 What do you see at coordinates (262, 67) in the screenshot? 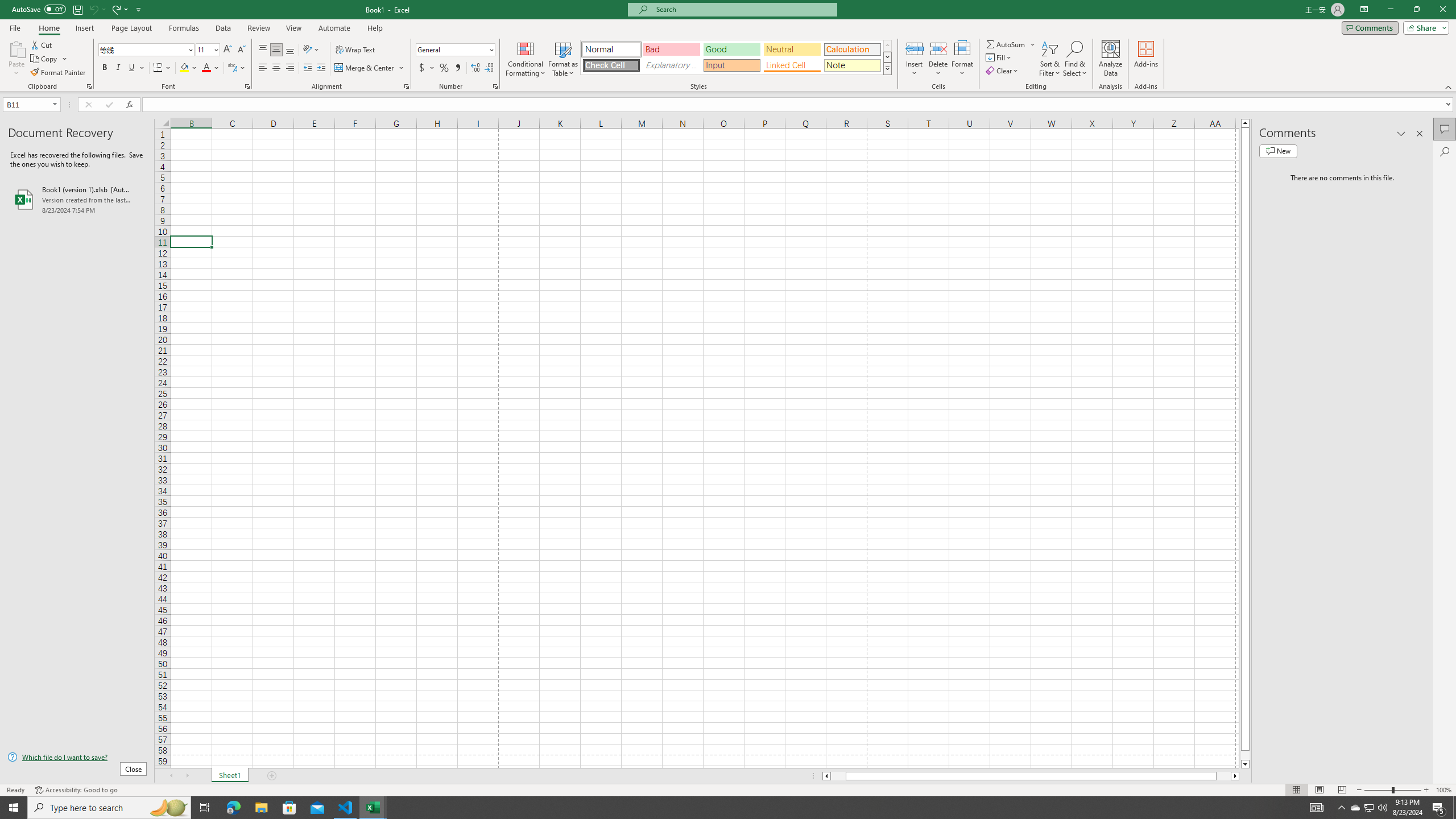
I see `'Align Left'` at bounding box center [262, 67].